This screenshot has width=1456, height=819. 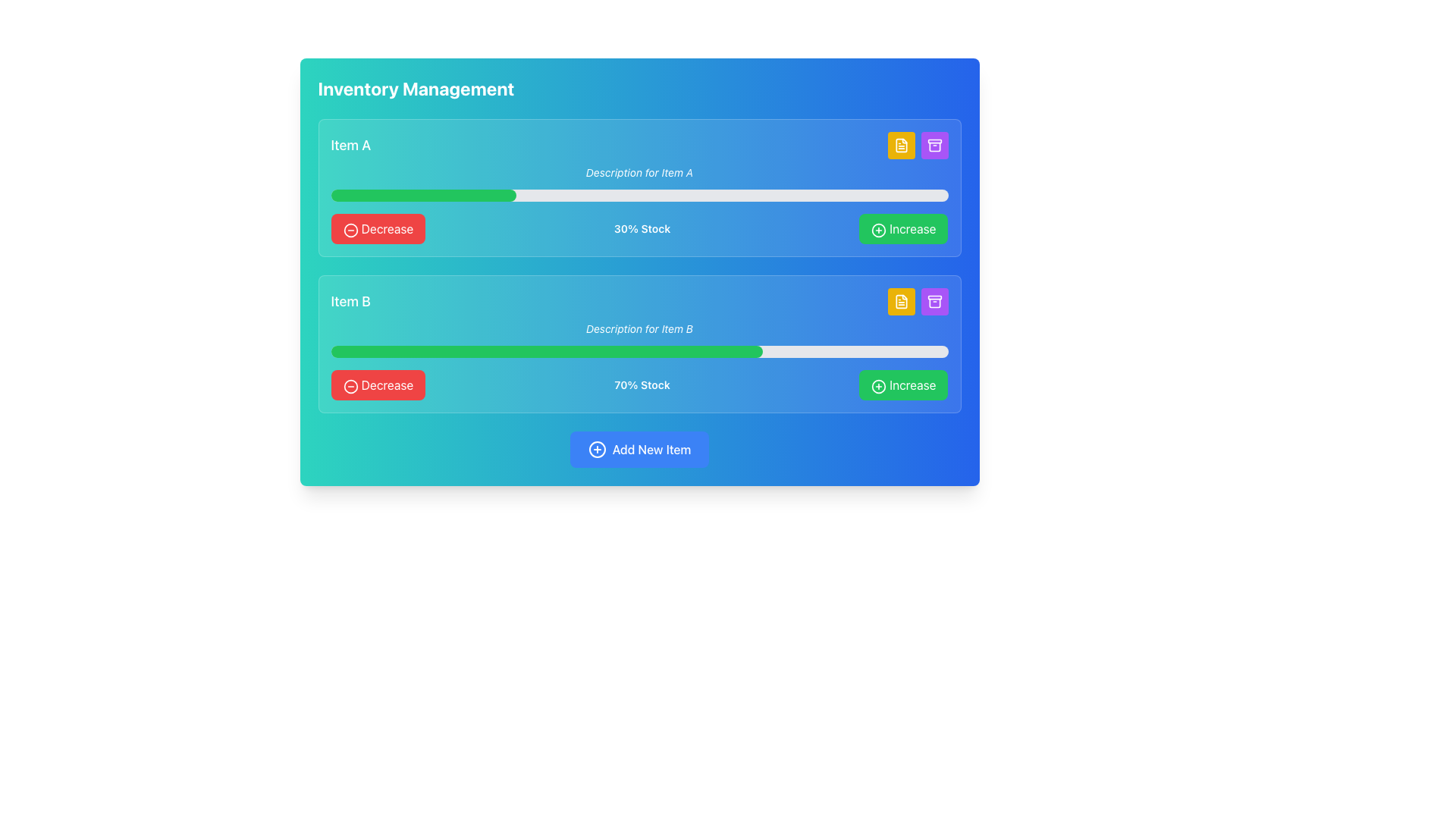 I want to click on the stock level, so click(x=348, y=195).